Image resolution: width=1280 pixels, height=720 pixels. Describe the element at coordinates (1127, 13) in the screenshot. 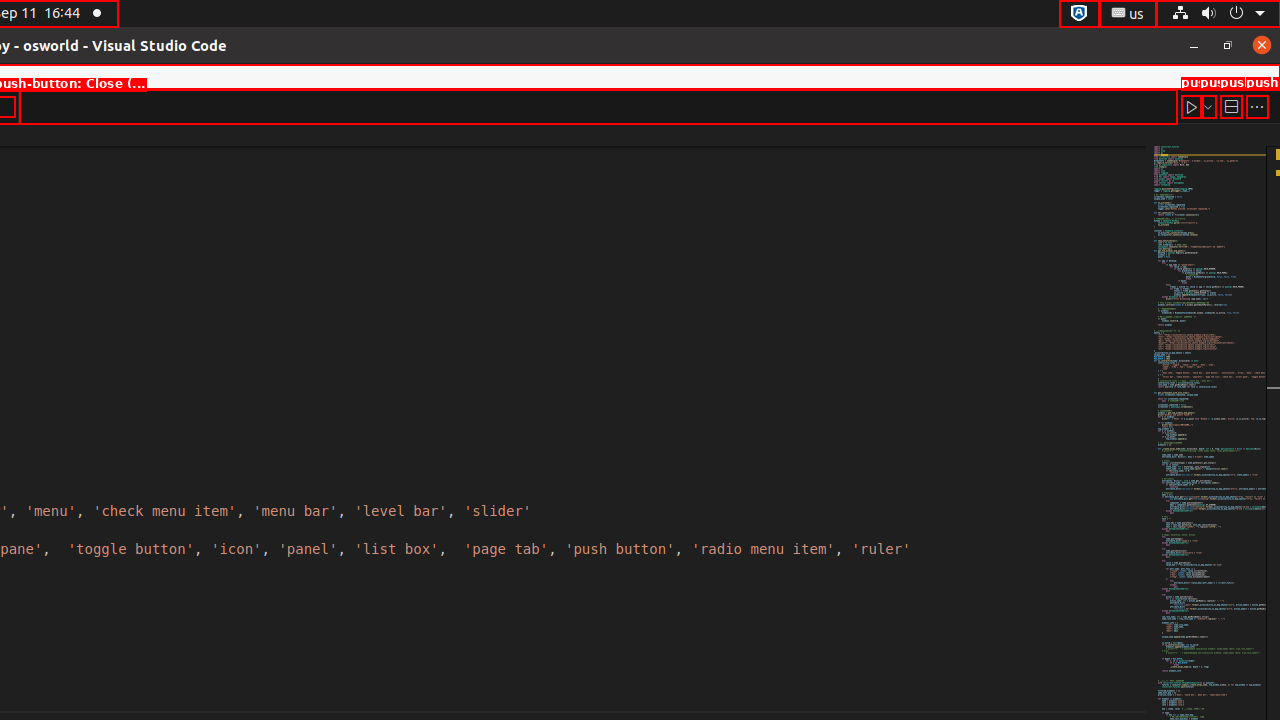

I see `':1.21/StatusNotifierItem'` at that location.